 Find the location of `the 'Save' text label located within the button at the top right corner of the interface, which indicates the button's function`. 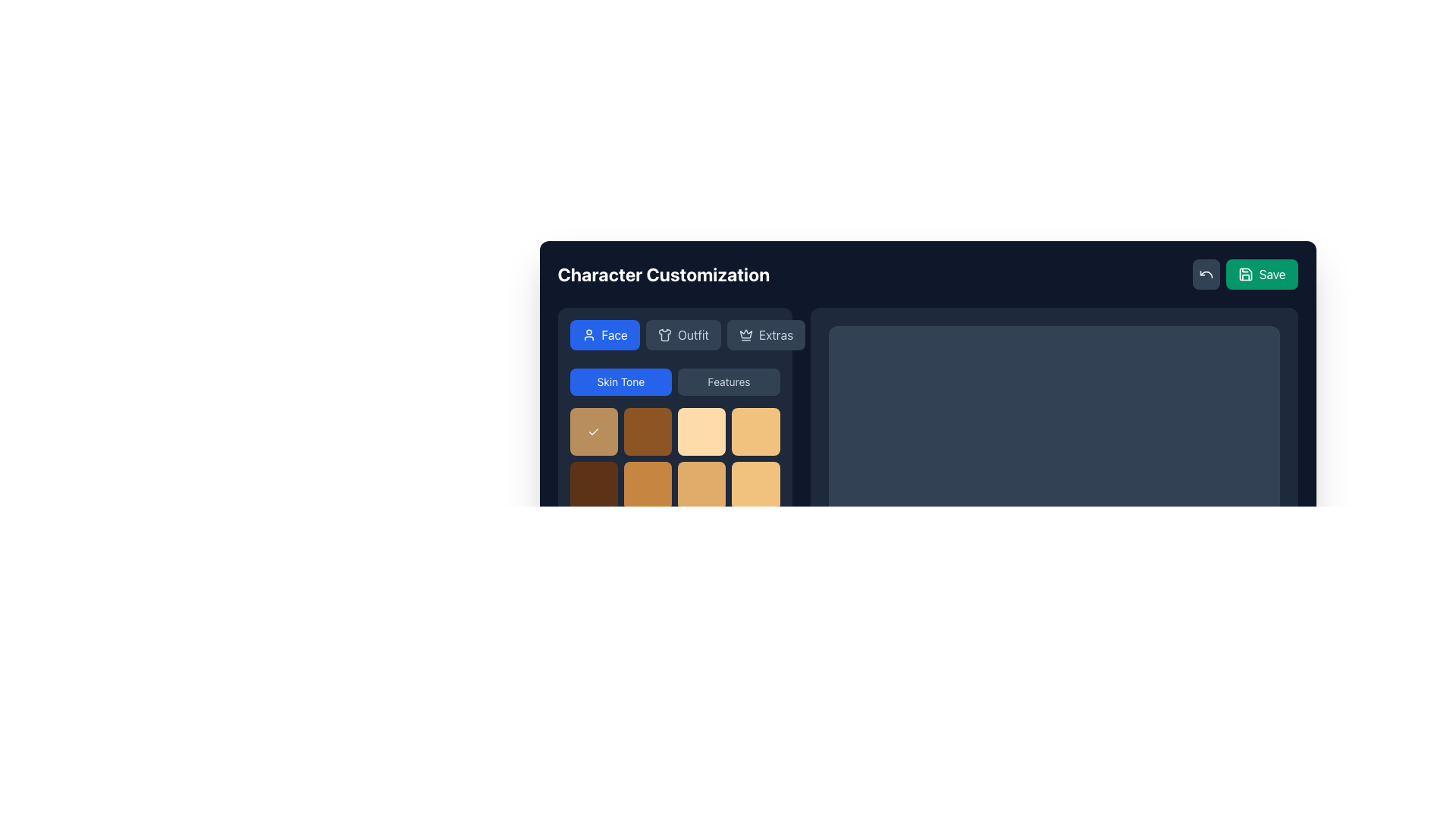

the 'Save' text label located within the button at the top right corner of the interface, which indicates the button's function is located at coordinates (1272, 275).